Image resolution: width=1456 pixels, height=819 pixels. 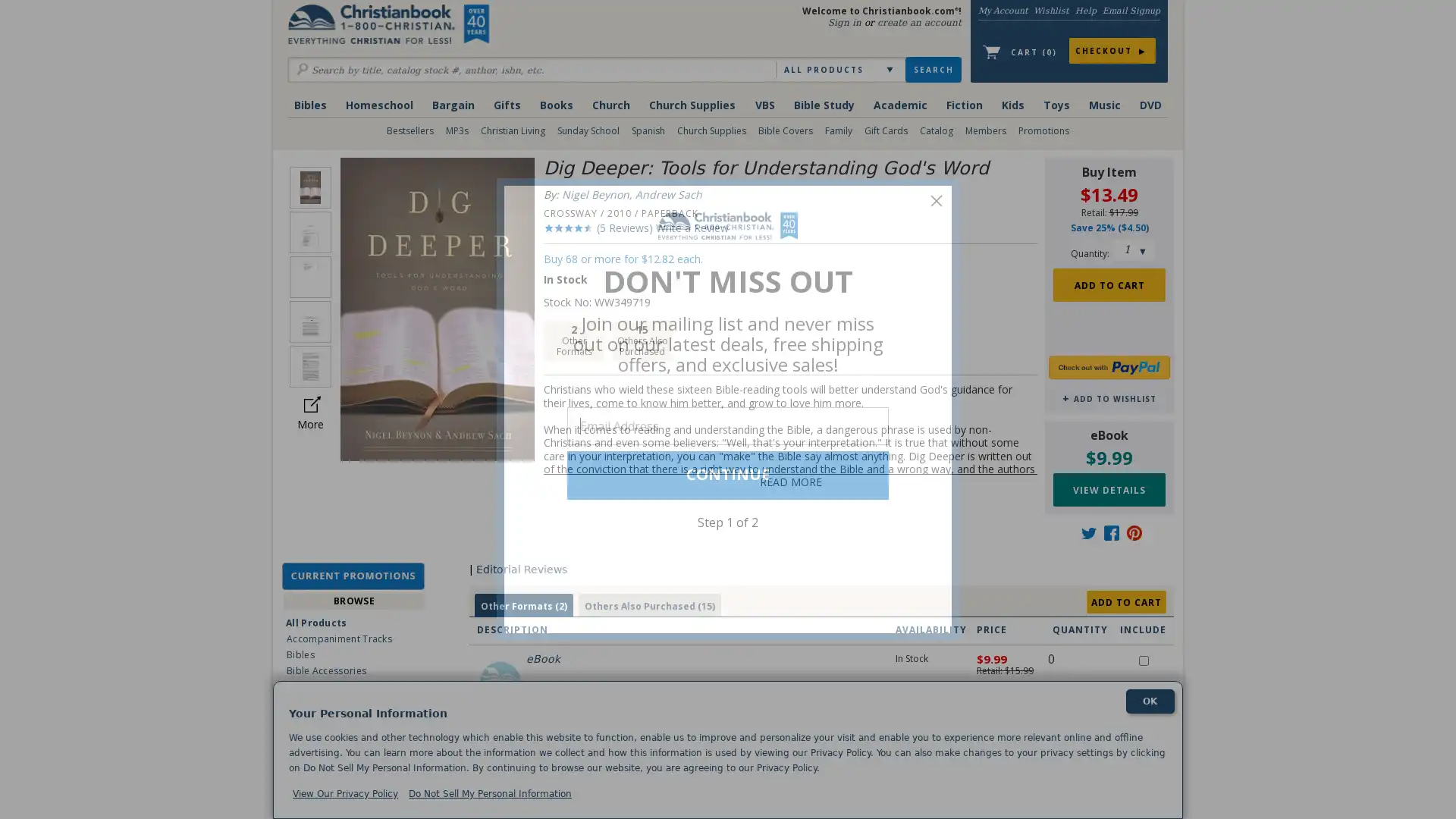 I want to click on Add To Cart, so click(x=1109, y=284).